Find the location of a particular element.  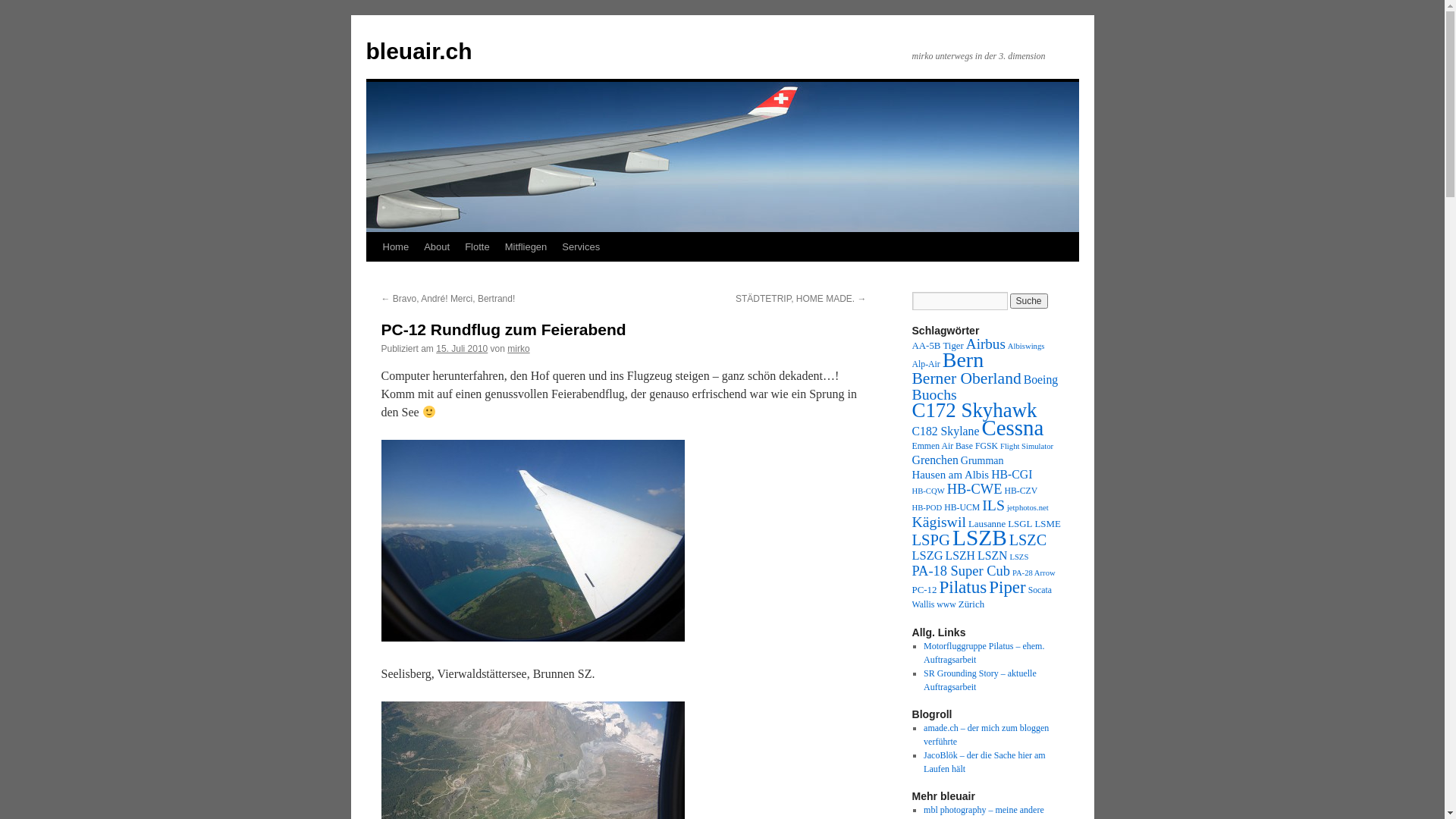

'15. Juli 2010' is located at coordinates (461, 348).